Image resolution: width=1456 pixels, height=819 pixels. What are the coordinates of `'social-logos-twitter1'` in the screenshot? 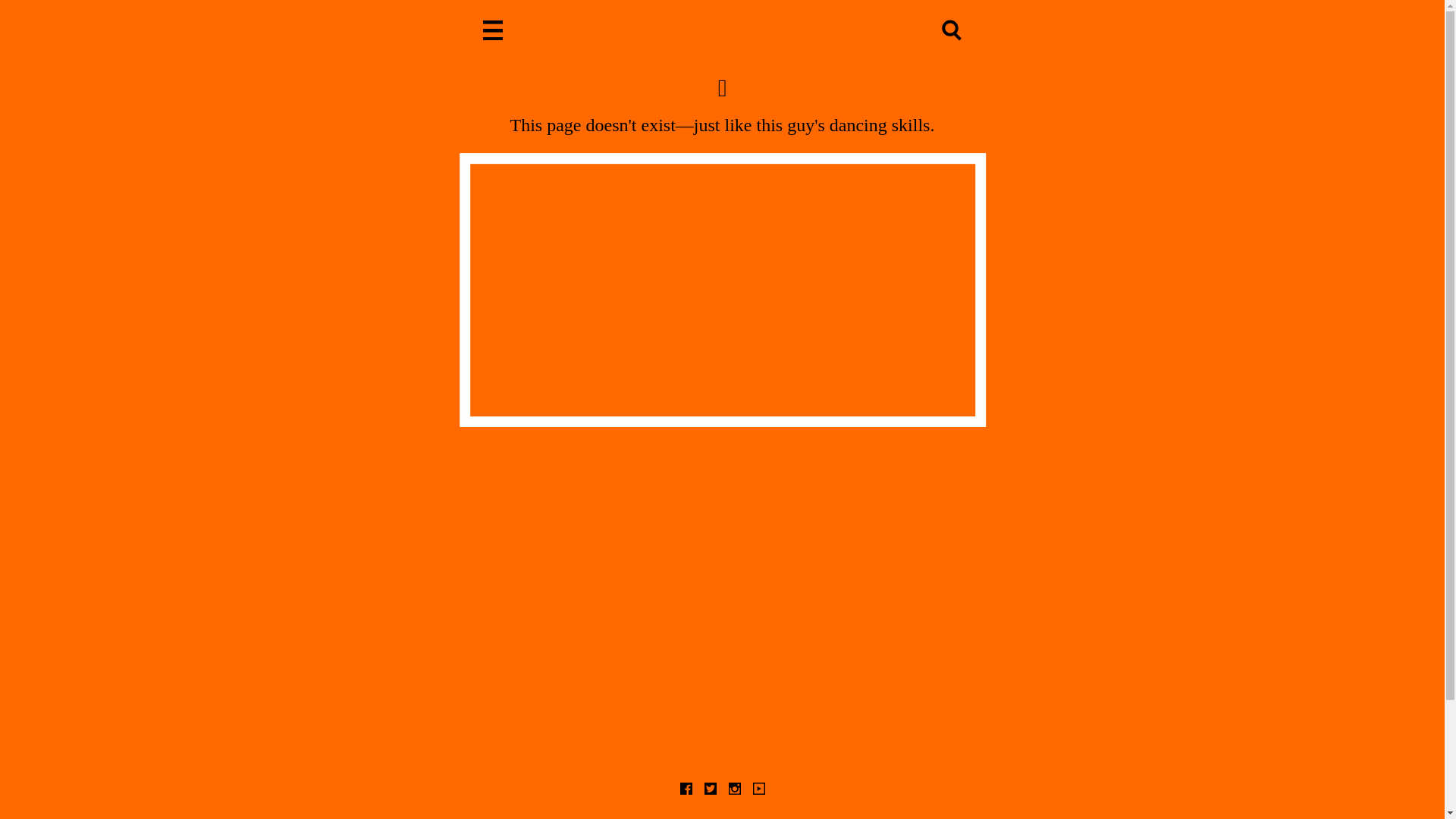 It's located at (709, 789).